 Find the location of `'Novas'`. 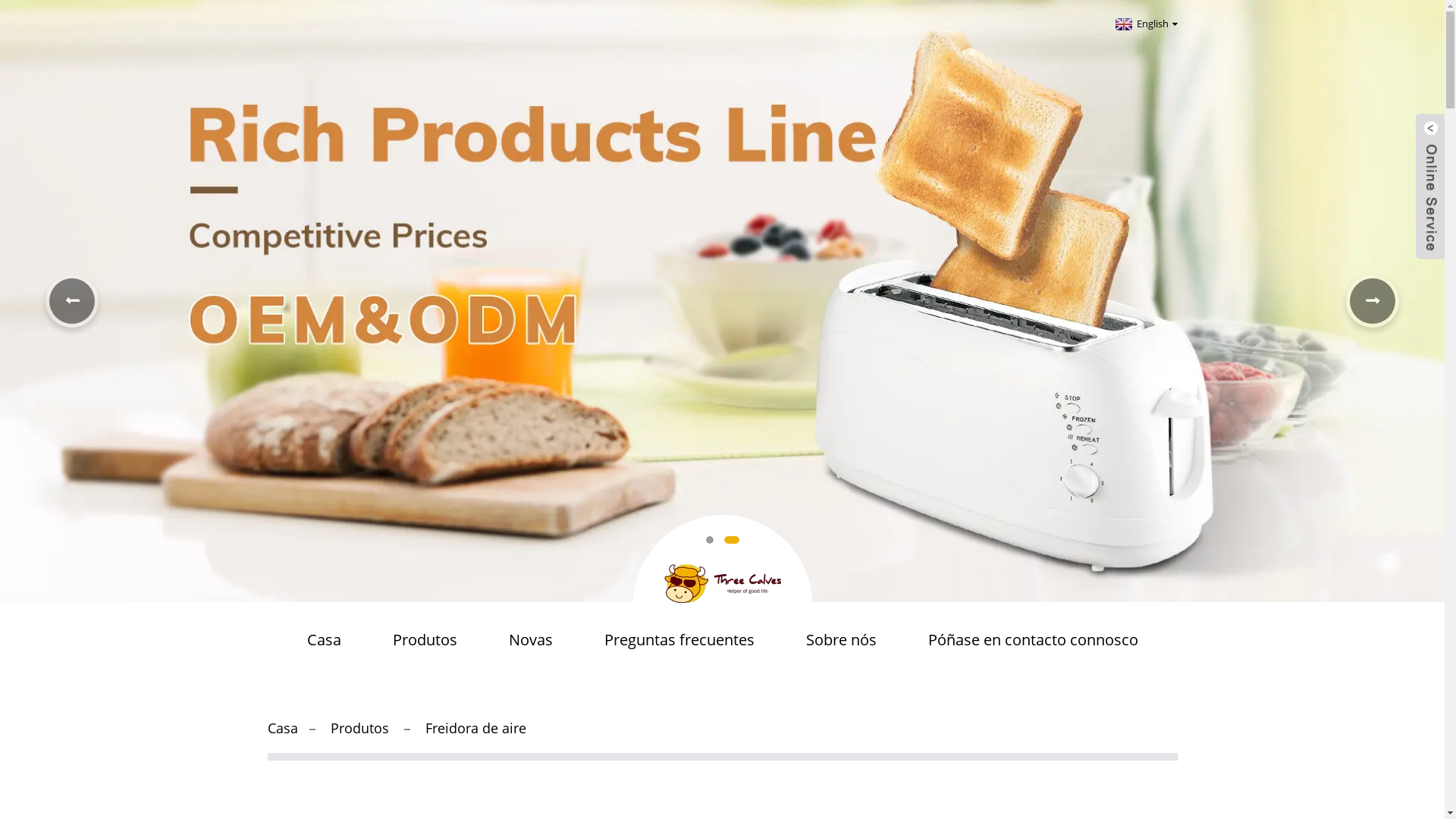

'Novas' is located at coordinates (530, 640).